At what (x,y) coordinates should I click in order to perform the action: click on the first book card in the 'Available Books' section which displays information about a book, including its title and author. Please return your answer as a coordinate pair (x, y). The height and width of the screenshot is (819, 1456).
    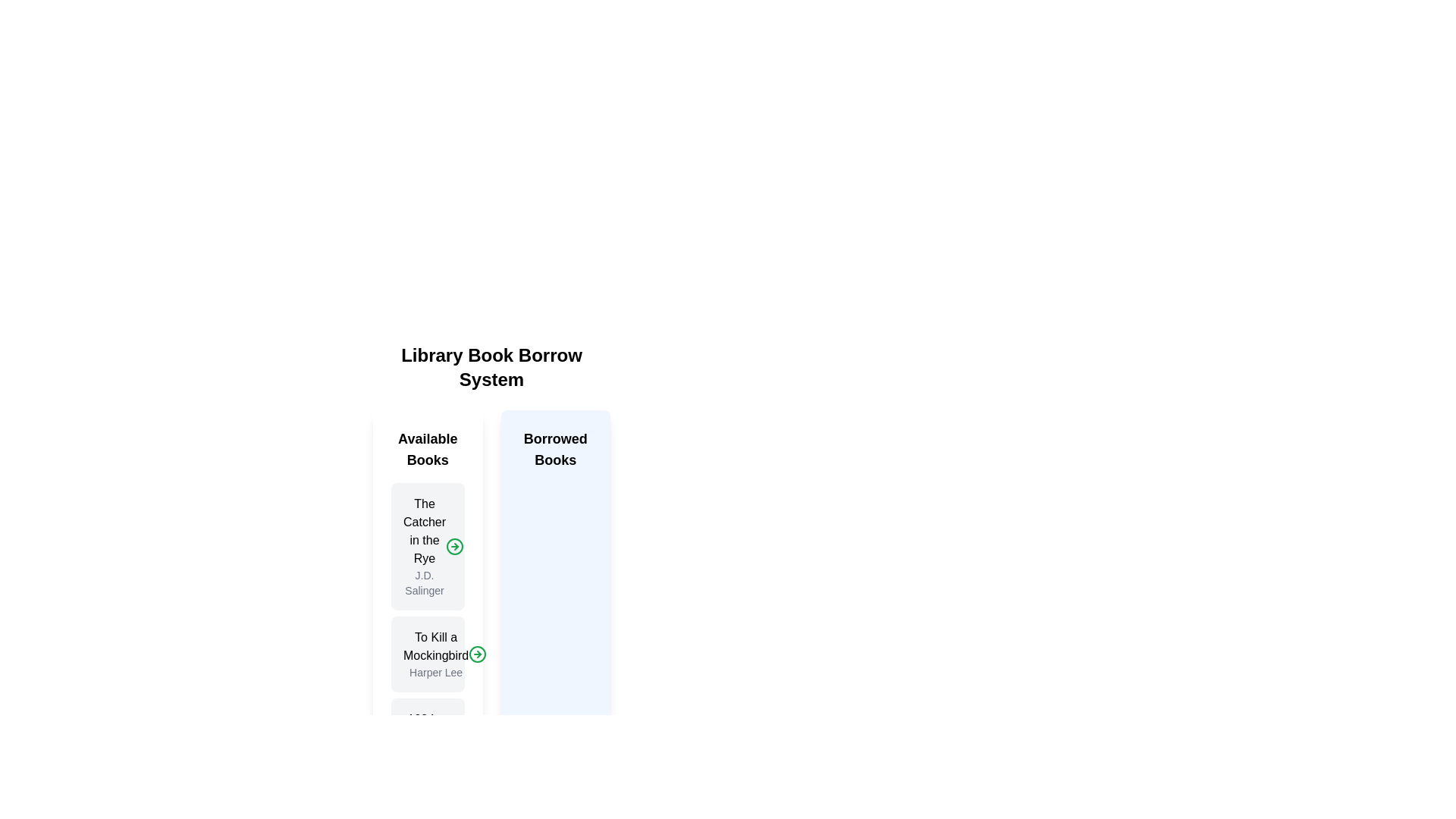
    Looking at the image, I should click on (427, 601).